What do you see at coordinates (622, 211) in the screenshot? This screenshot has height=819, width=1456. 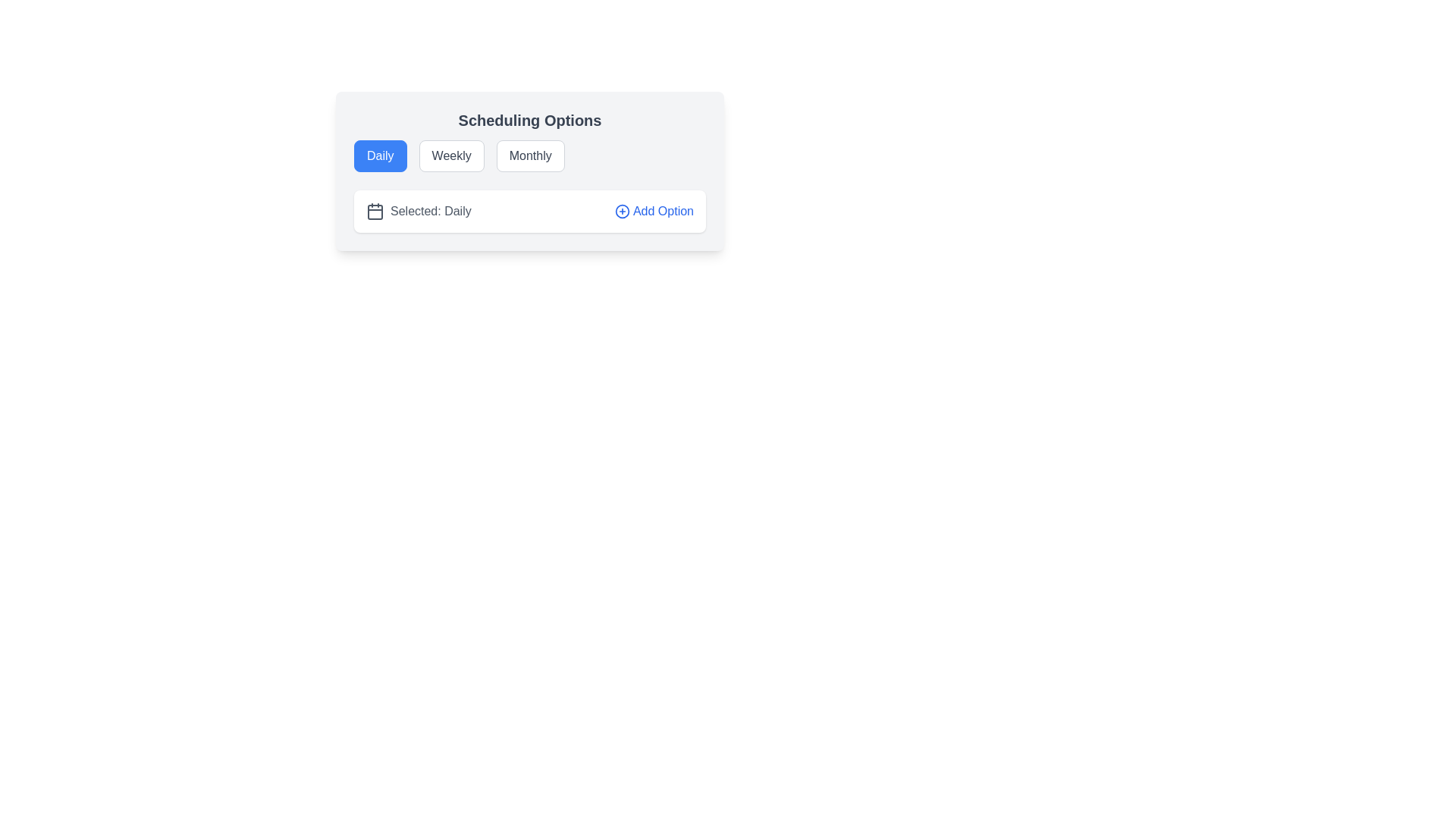 I see `the circular 'plus' icon located at the right end of the 'Add Option' text` at bounding box center [622, 211].